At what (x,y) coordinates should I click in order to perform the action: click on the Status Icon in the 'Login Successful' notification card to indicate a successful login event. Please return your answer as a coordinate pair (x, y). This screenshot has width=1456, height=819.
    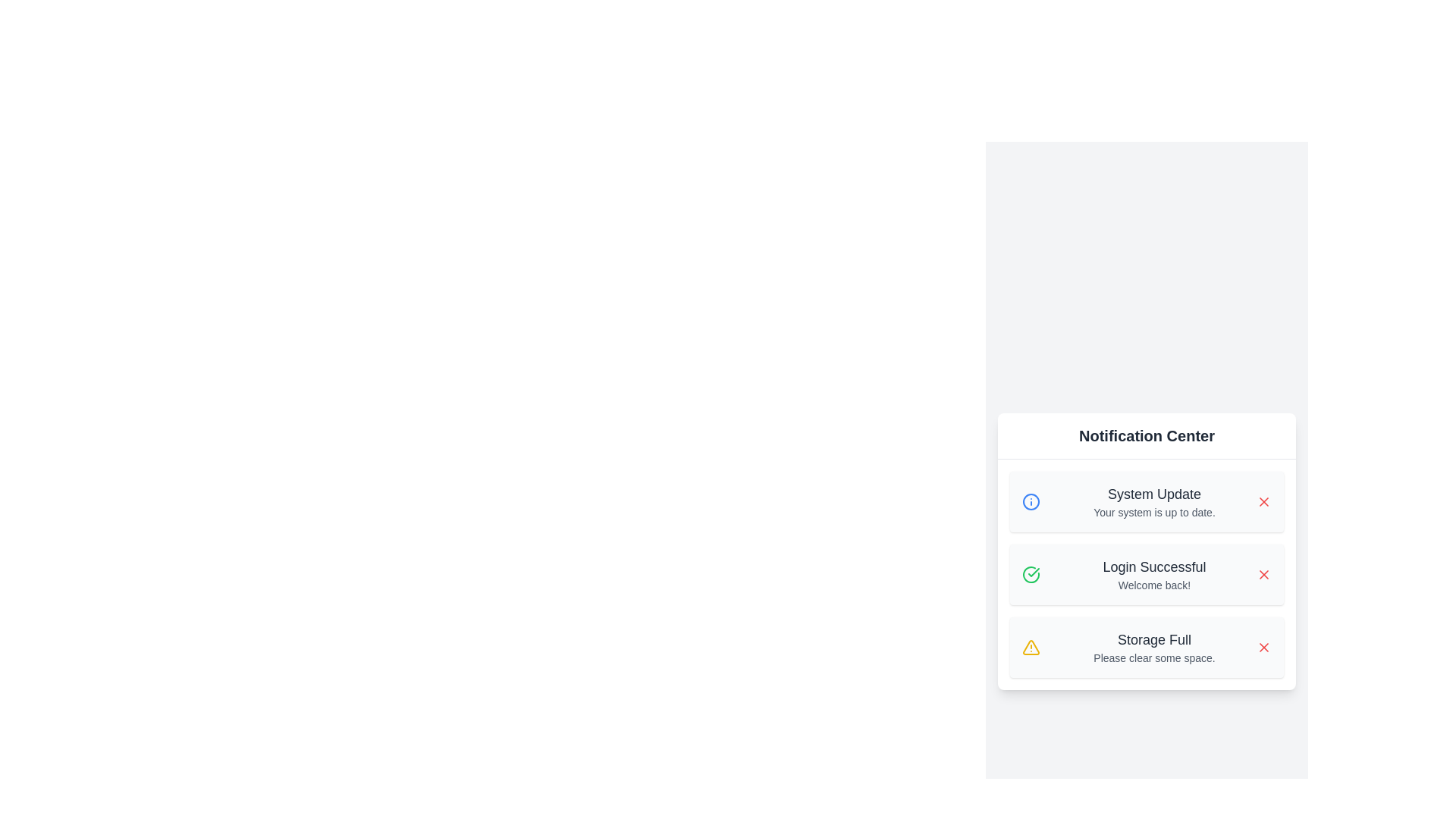
    Looking at the image, I should click on (1031, 574).